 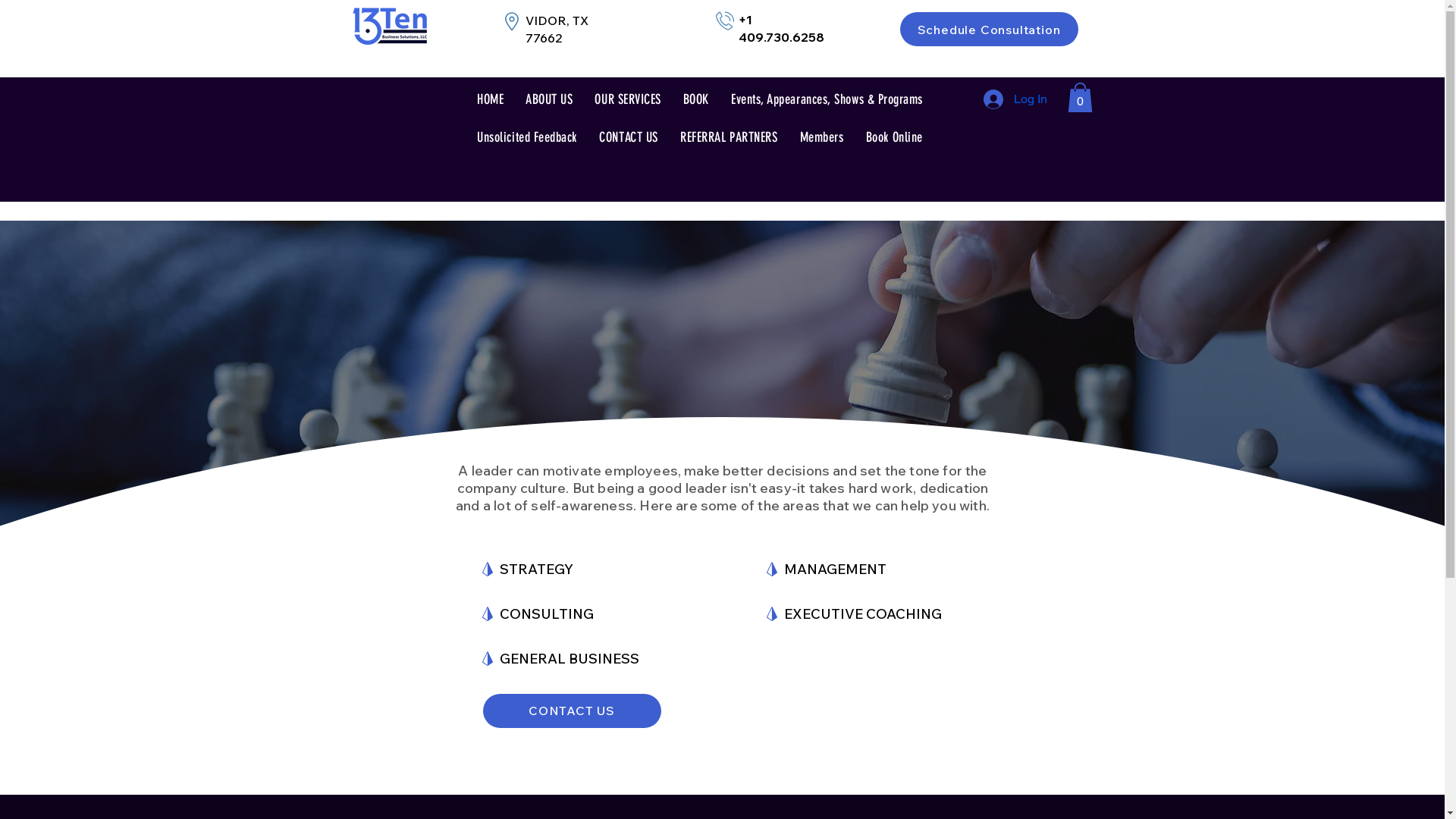 What do you see at coordinates (548, 99) in the screenshot?
I see `'ABOUT US'` at bounding box center [548, 99].